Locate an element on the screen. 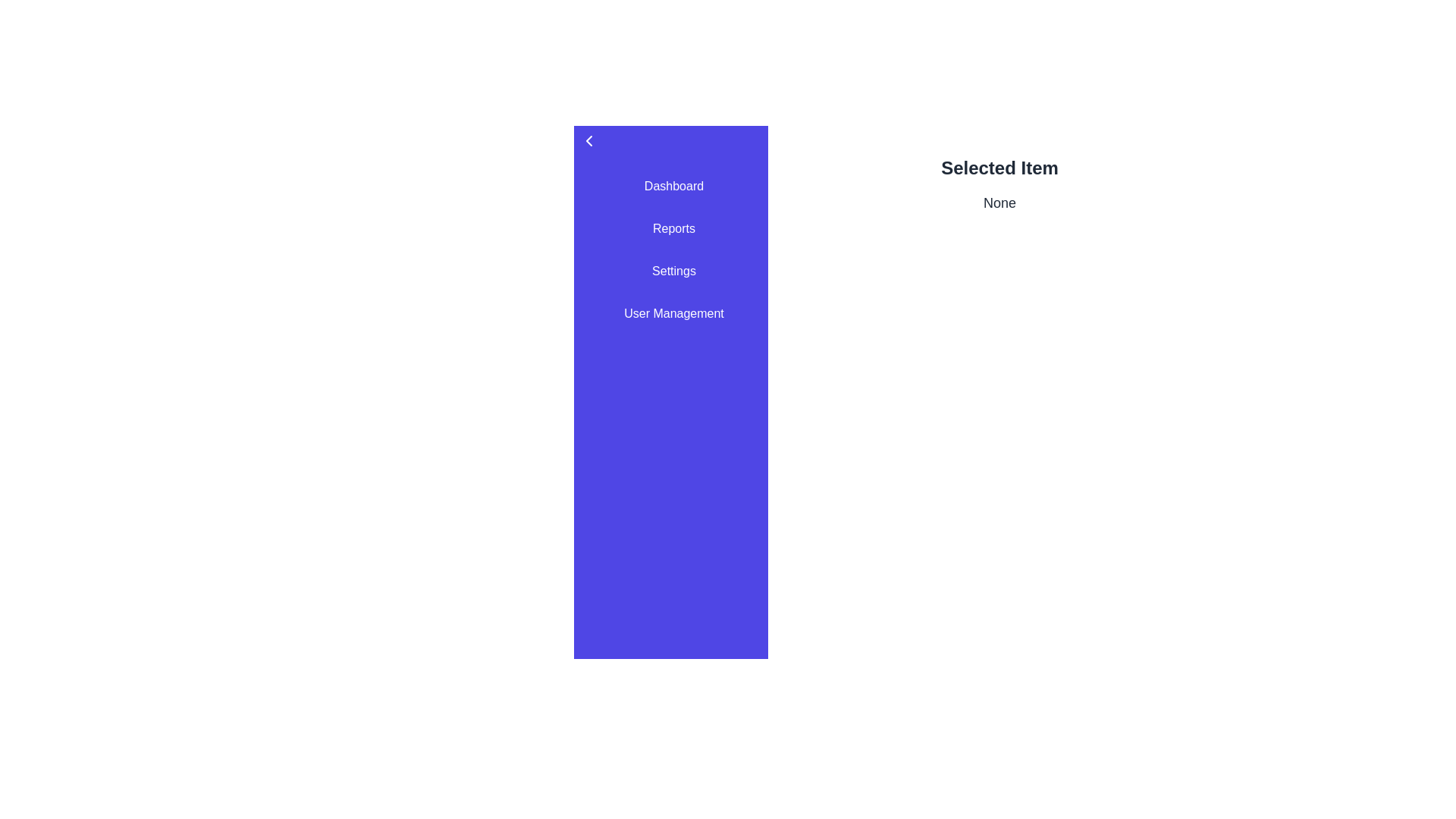 The width and height of the screenshot is (1456, 819). the 'Settings' clickable text element, which is displayed in white font against a blue background and is located in the third position of a vertical menu is located at coordinates (673, 270).